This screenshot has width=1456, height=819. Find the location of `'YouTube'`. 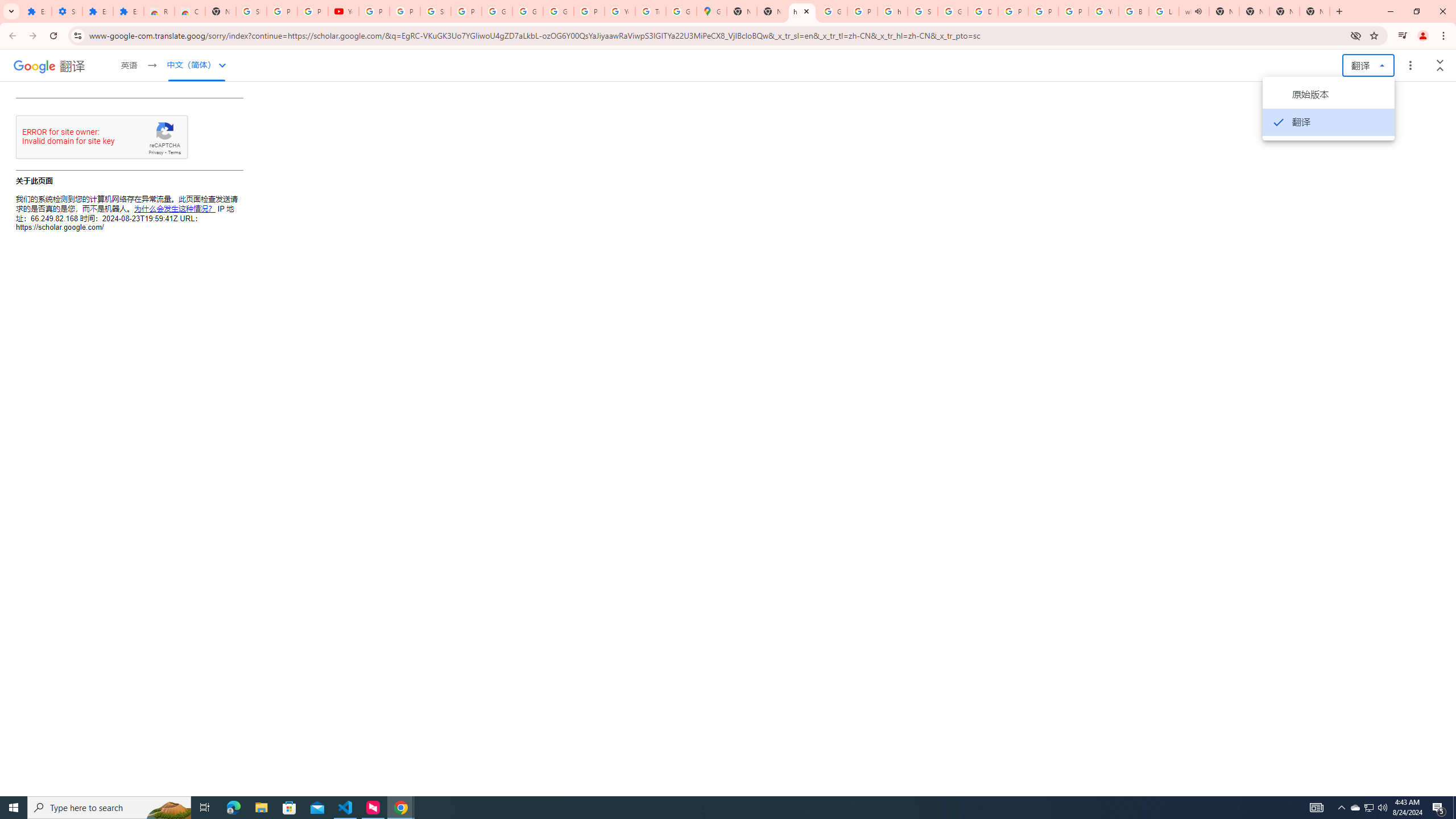

'YouTube' is located at coordinates (343, 11).